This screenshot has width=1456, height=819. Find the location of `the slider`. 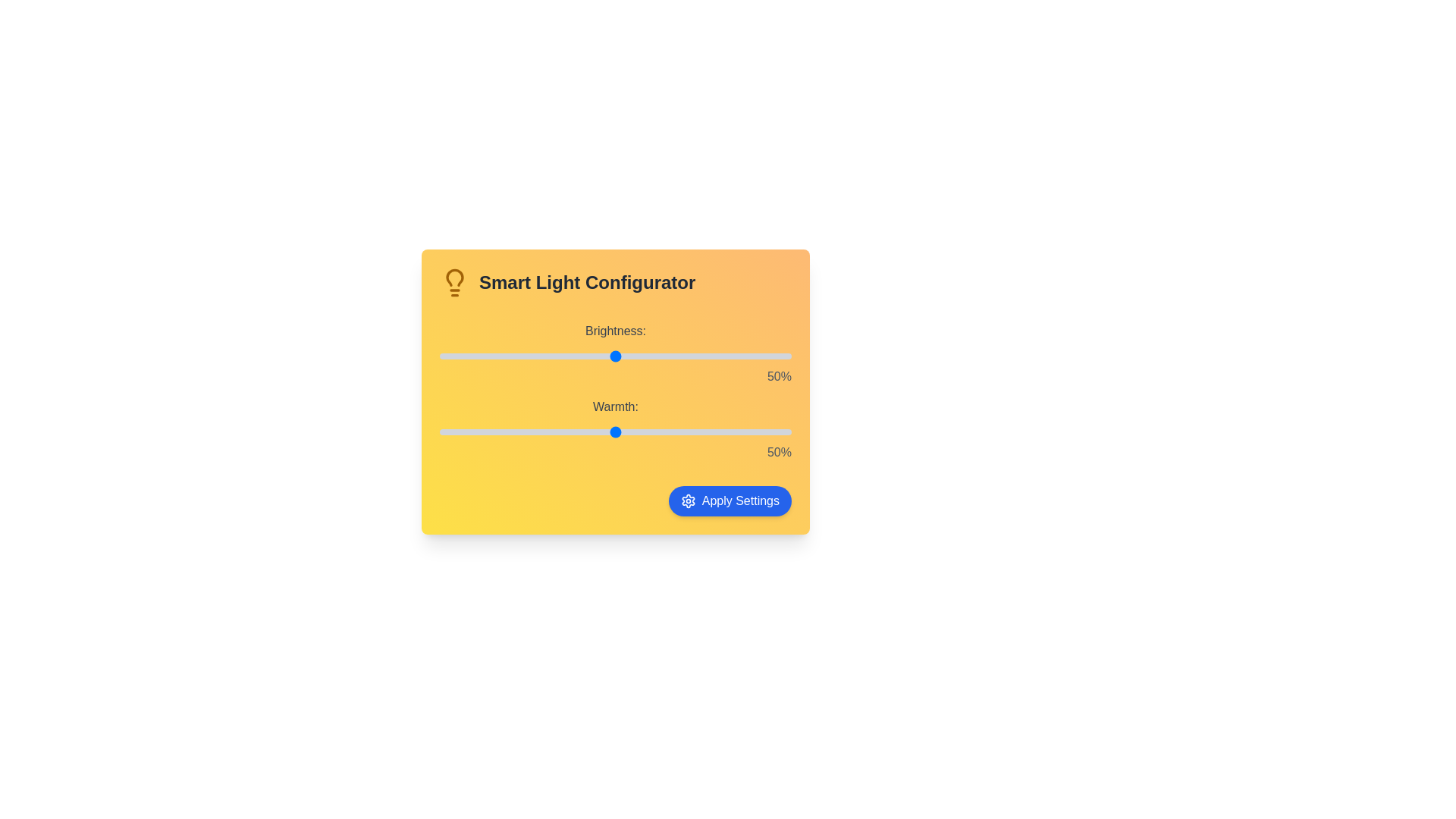

the slider is located at coordinates (699, 432).